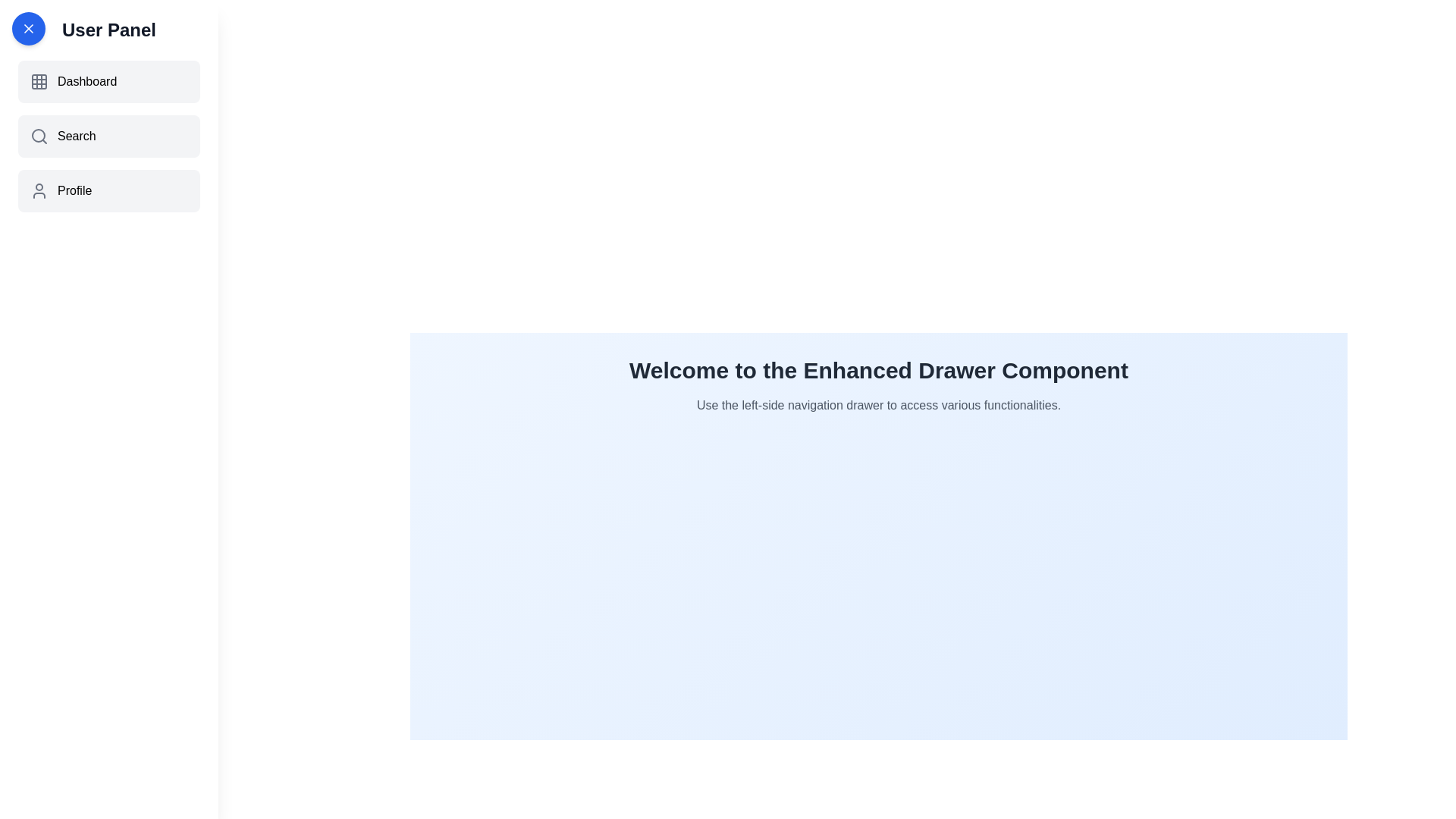 This screenshot has height=819, width=1456. Describe the element at coordinates (108, 82) in the screenshot. I see `the first item in the vertical navigation menu located in the left sidebar` at that location.